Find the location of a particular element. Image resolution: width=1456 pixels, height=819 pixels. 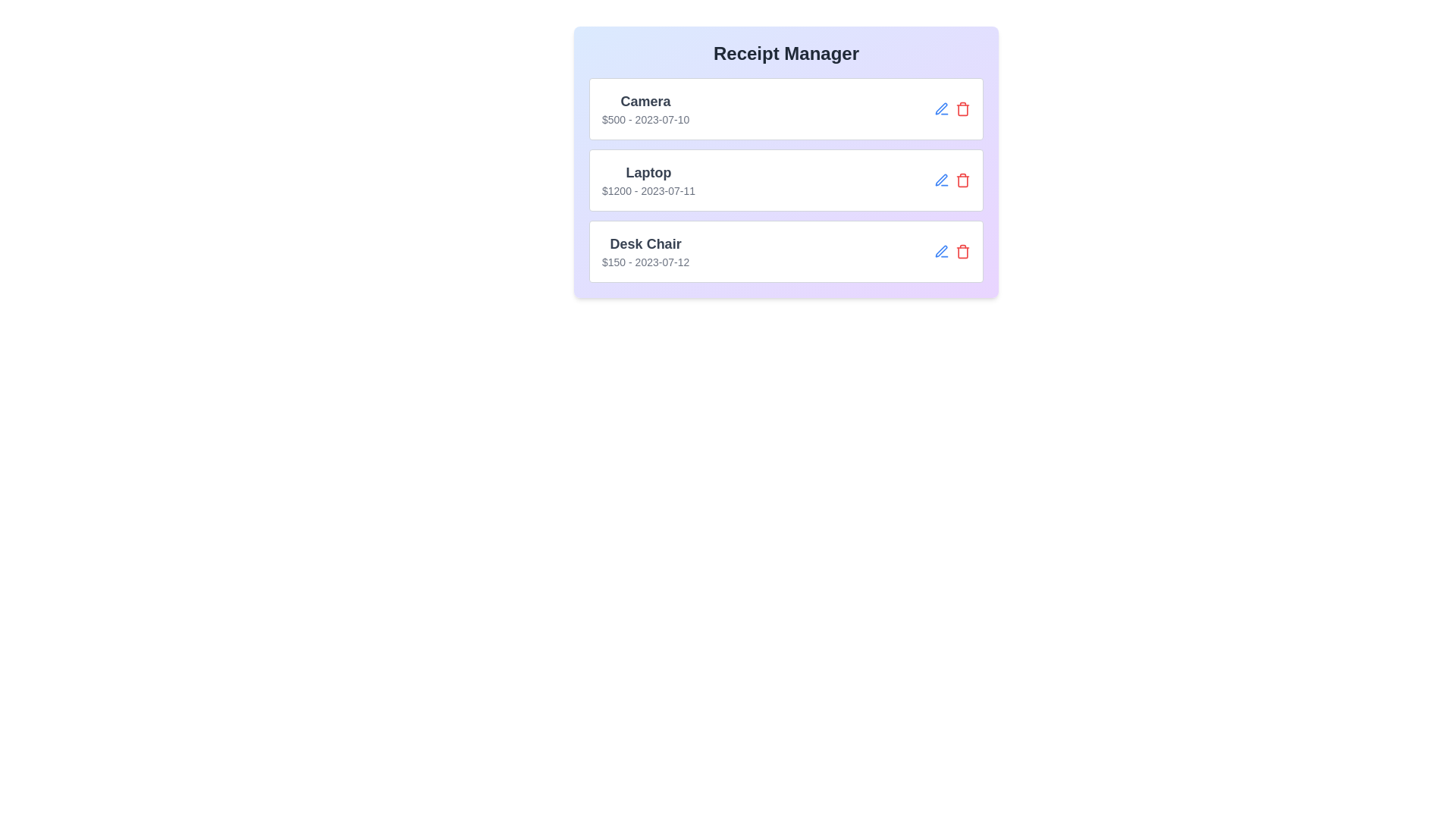

the delete button for the receipt entry with item Laptop is located at coordinates (962, 180).